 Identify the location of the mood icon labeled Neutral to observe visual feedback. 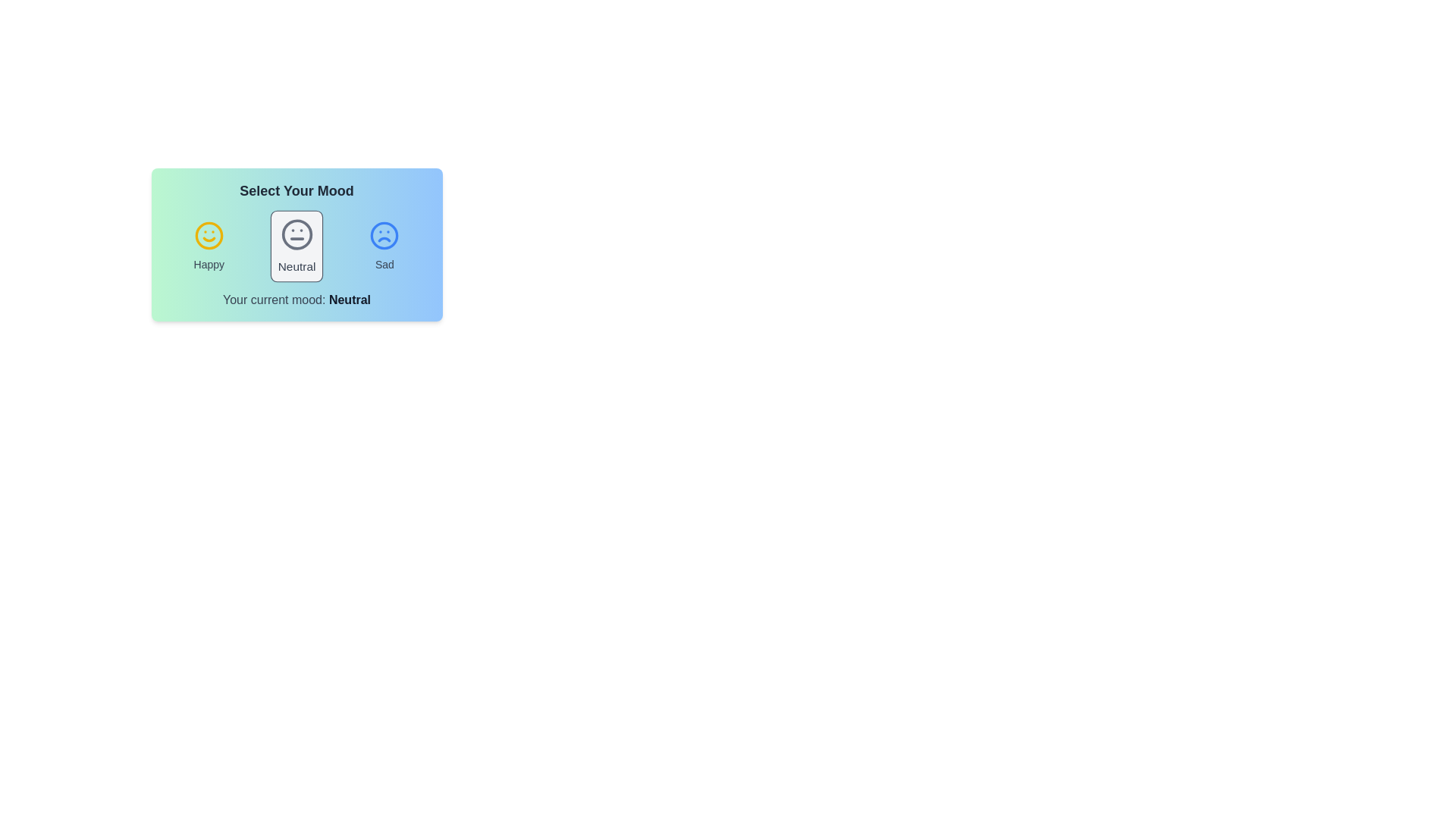
(297, 245).